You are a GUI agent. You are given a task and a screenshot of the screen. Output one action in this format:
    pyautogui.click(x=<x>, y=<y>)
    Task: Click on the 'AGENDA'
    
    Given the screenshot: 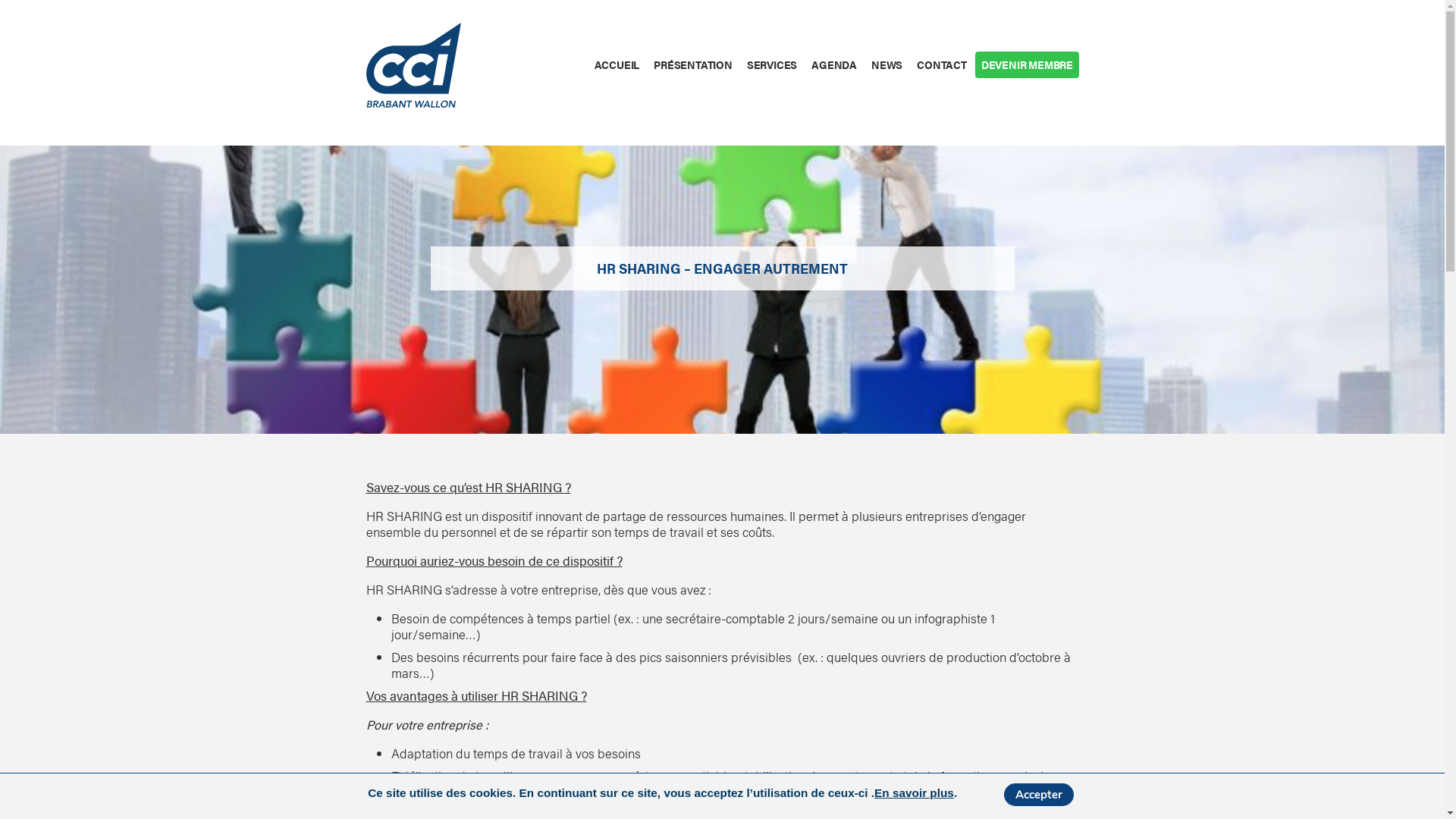 What is the action you would take?
    pyautogui.click(x=833, y=64)
    